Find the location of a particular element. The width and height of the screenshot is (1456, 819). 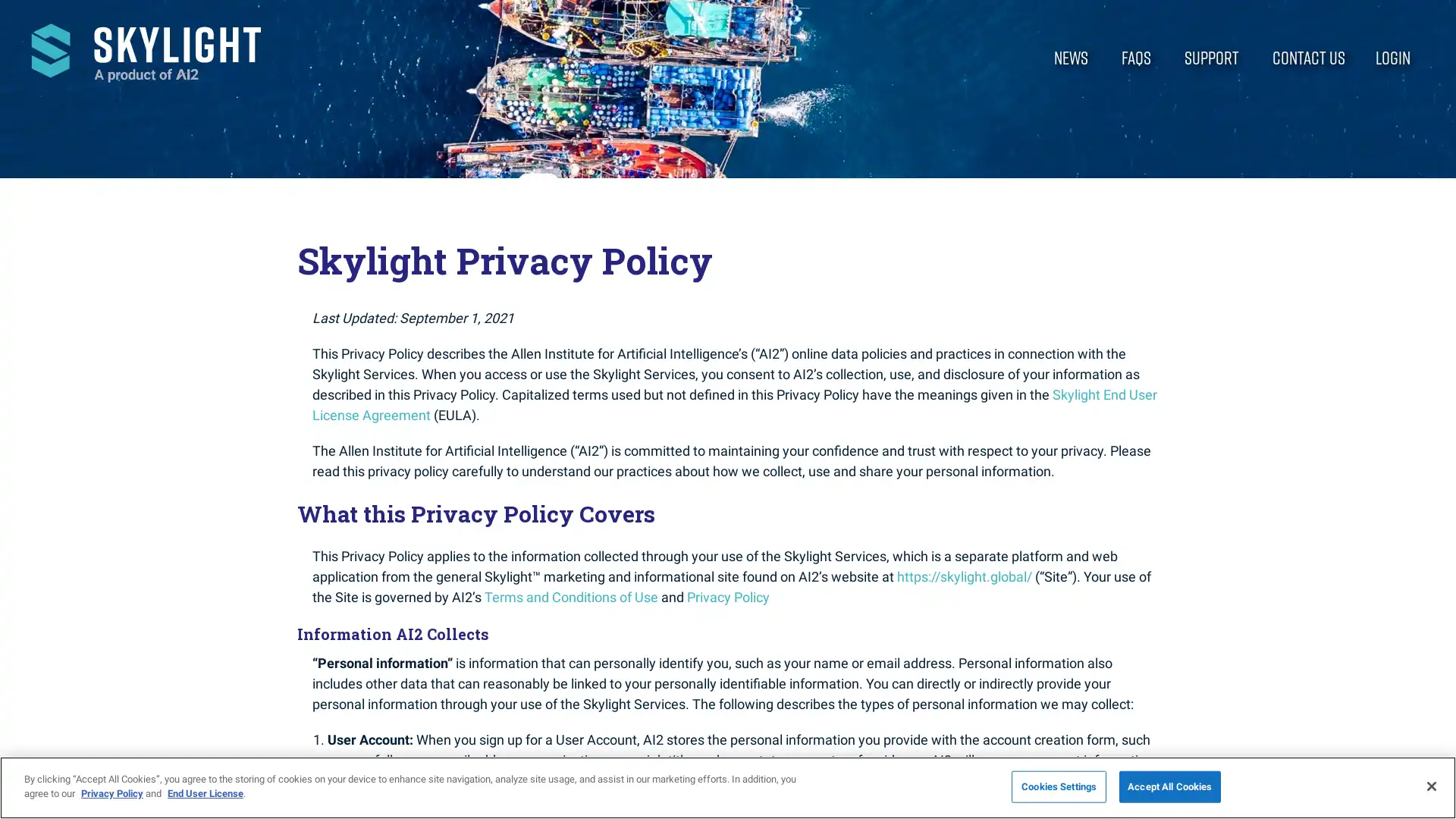

Cookies Settings is located at coordinates (1058, 786).